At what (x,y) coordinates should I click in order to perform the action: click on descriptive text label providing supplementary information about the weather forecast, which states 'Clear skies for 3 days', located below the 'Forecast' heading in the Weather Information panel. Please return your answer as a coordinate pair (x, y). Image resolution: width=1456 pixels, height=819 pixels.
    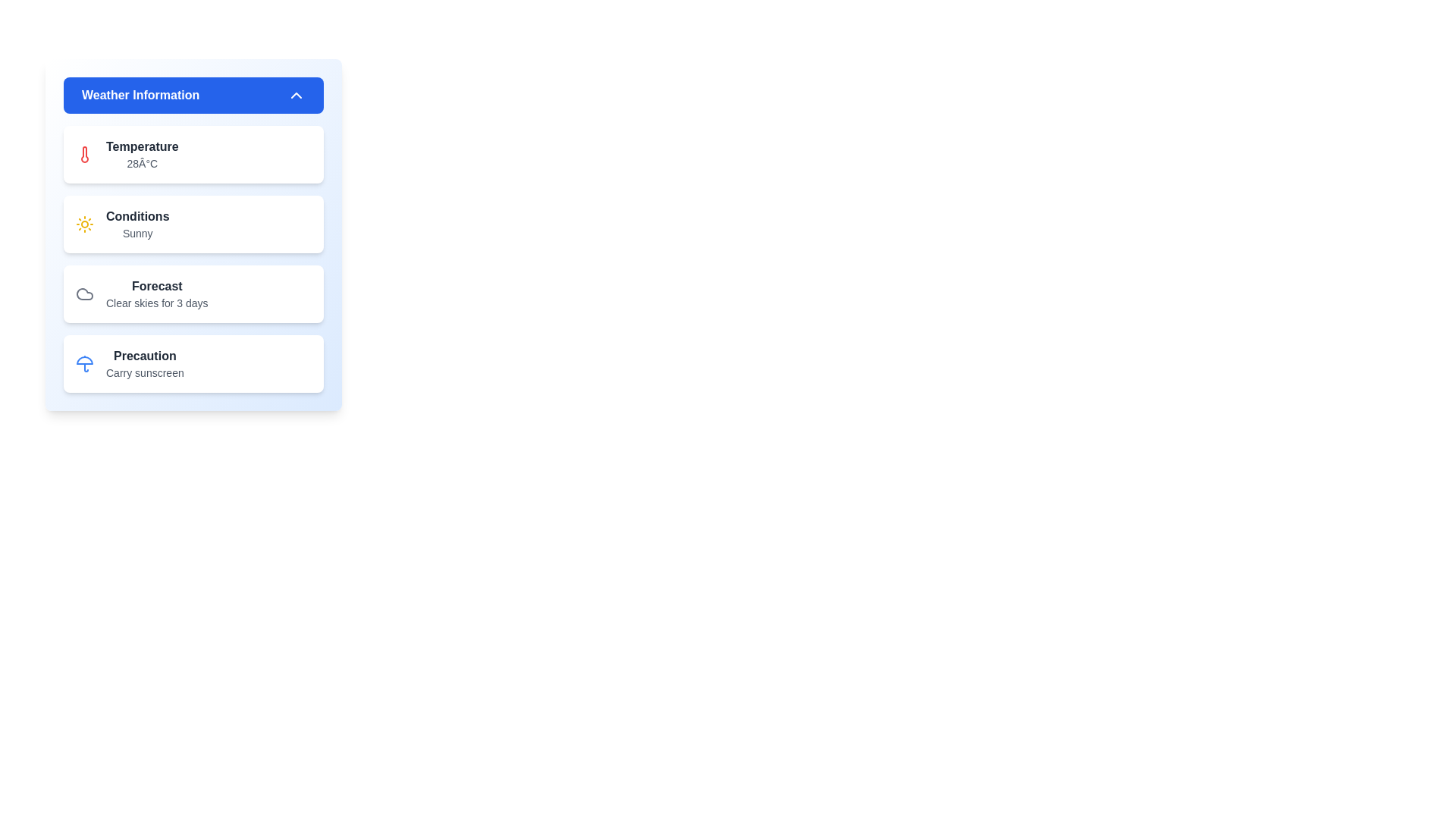
    Looking at the image, I should click on (157, 303).